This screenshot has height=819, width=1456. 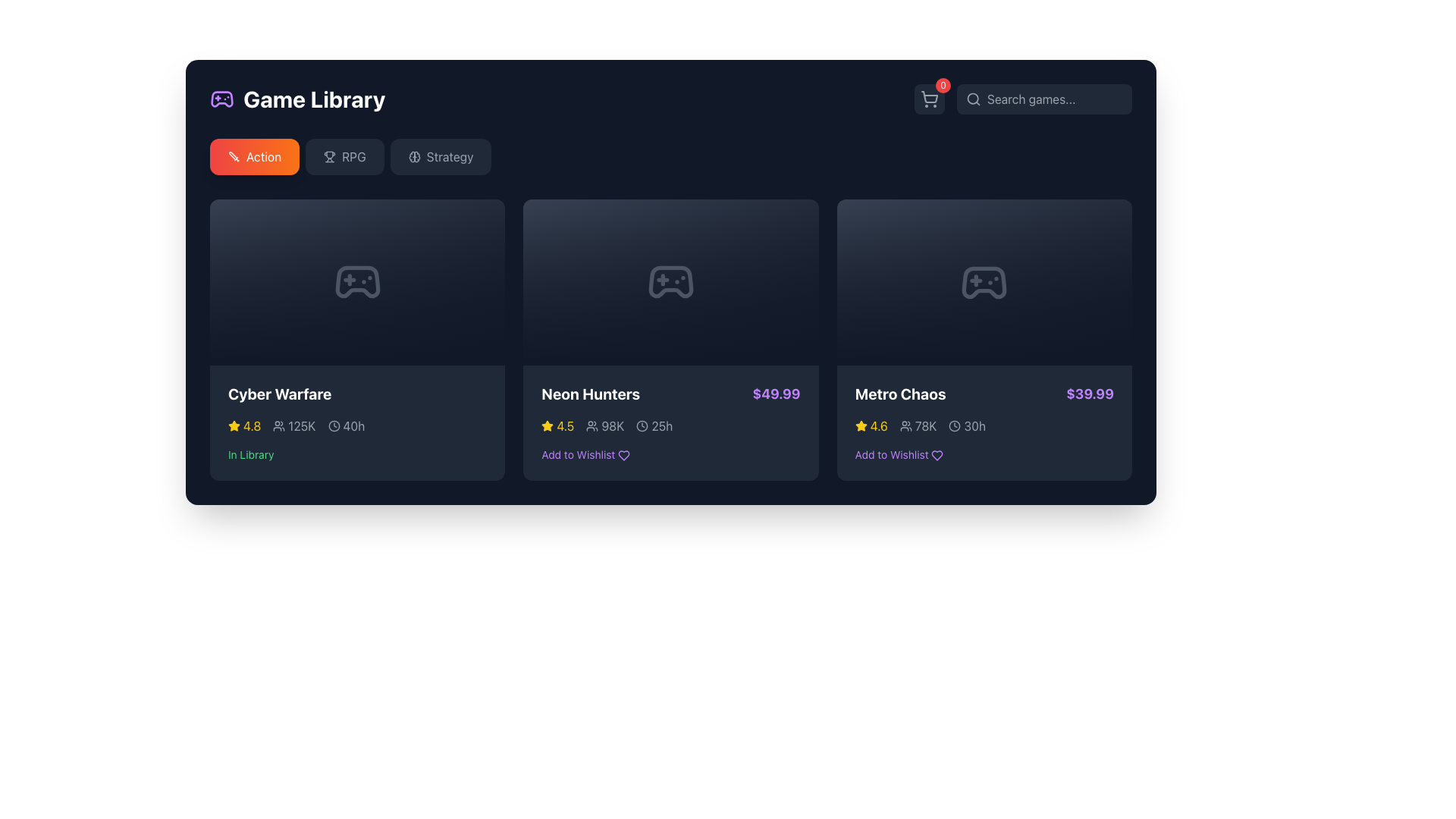 I want to click on the text label displaying '30h' in gray color, which is located in the bottom-right section of the 'Metro Chaos' card, adjacent to a clock icon, so click(x=974, y=426).